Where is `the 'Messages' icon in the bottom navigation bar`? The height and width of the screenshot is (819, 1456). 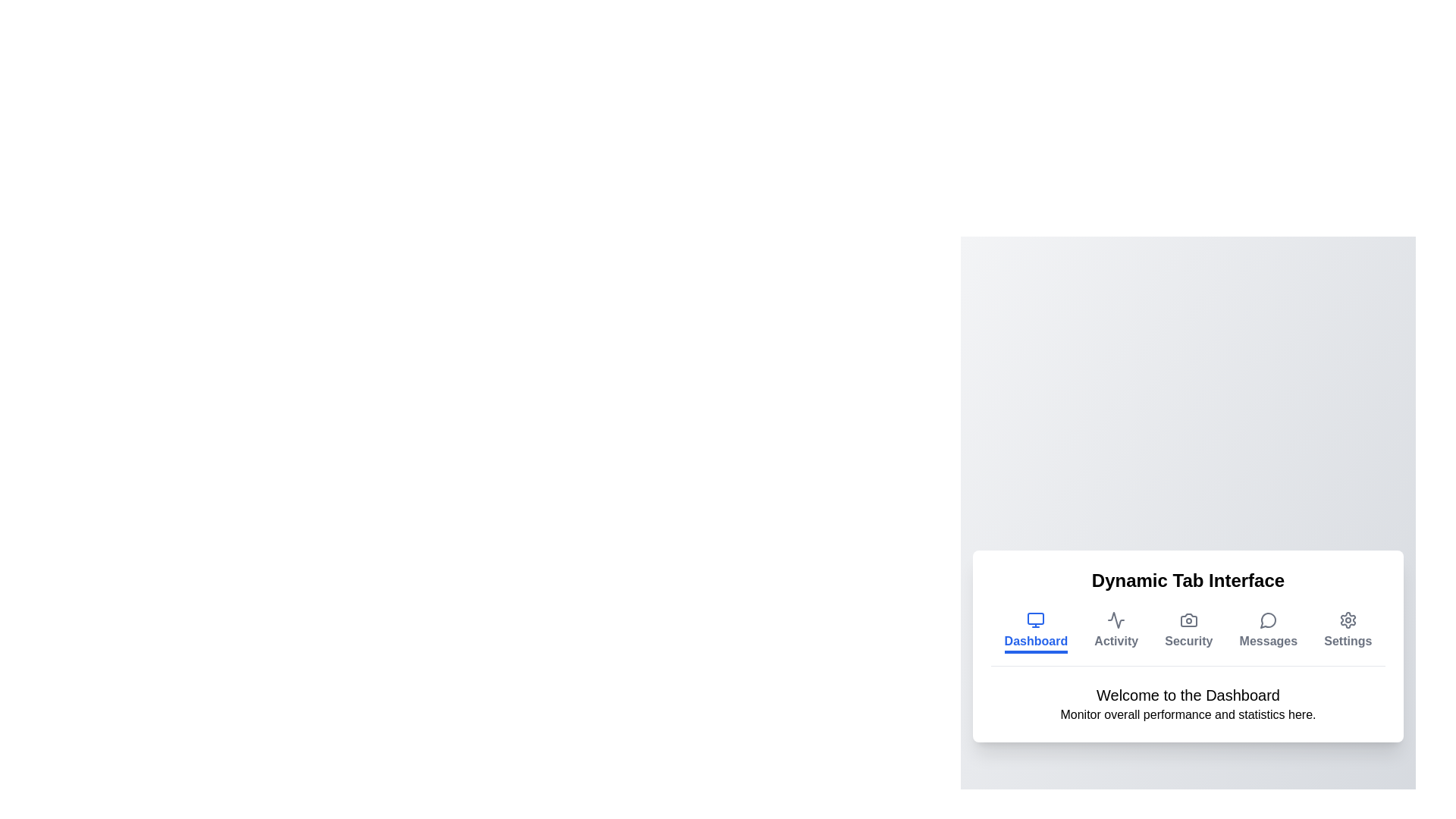 the 'Messages' icon in the bottom navigation bar is located at coordinates (1268, 620).